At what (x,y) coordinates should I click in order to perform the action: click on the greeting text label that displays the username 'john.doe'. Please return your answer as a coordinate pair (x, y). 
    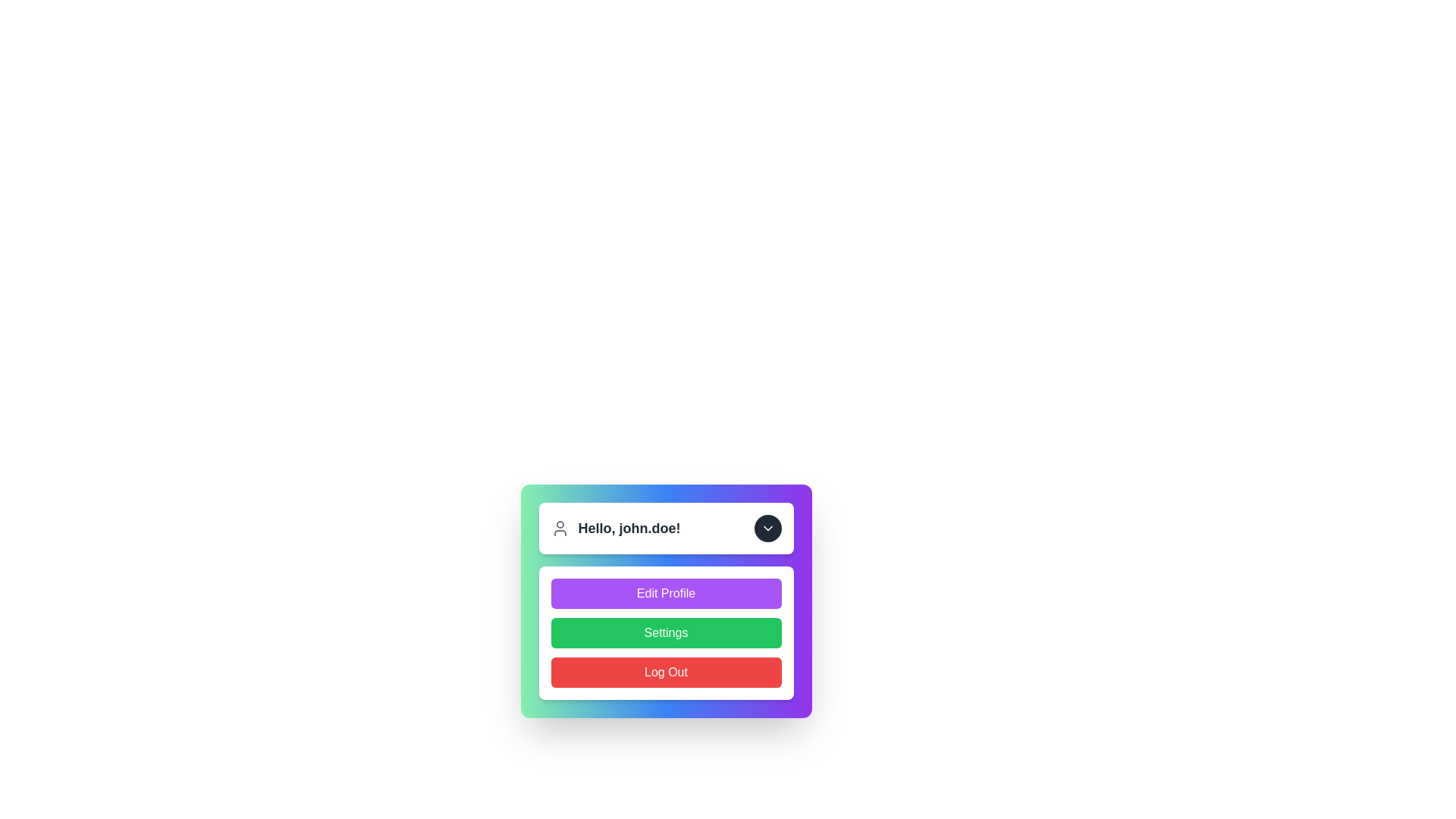
    Looking at the image, I should click on (629, 528).